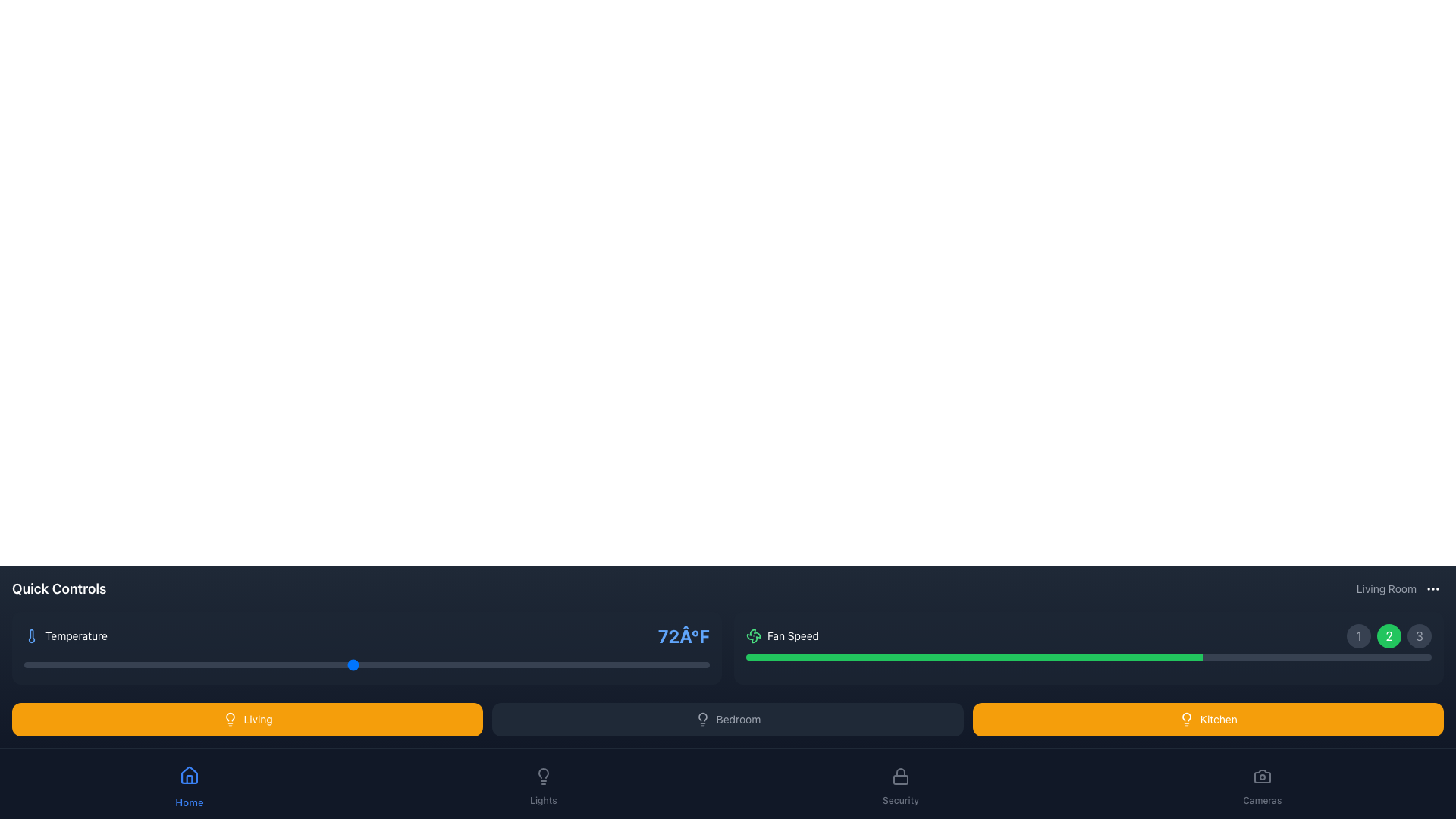 This screenshot has width=1456, height=819. I want to click on the 'Living' button, which is a rectangular button with rounded corners, an orange background, a white lightbulb icon, and bold white text, so click(247, 718).